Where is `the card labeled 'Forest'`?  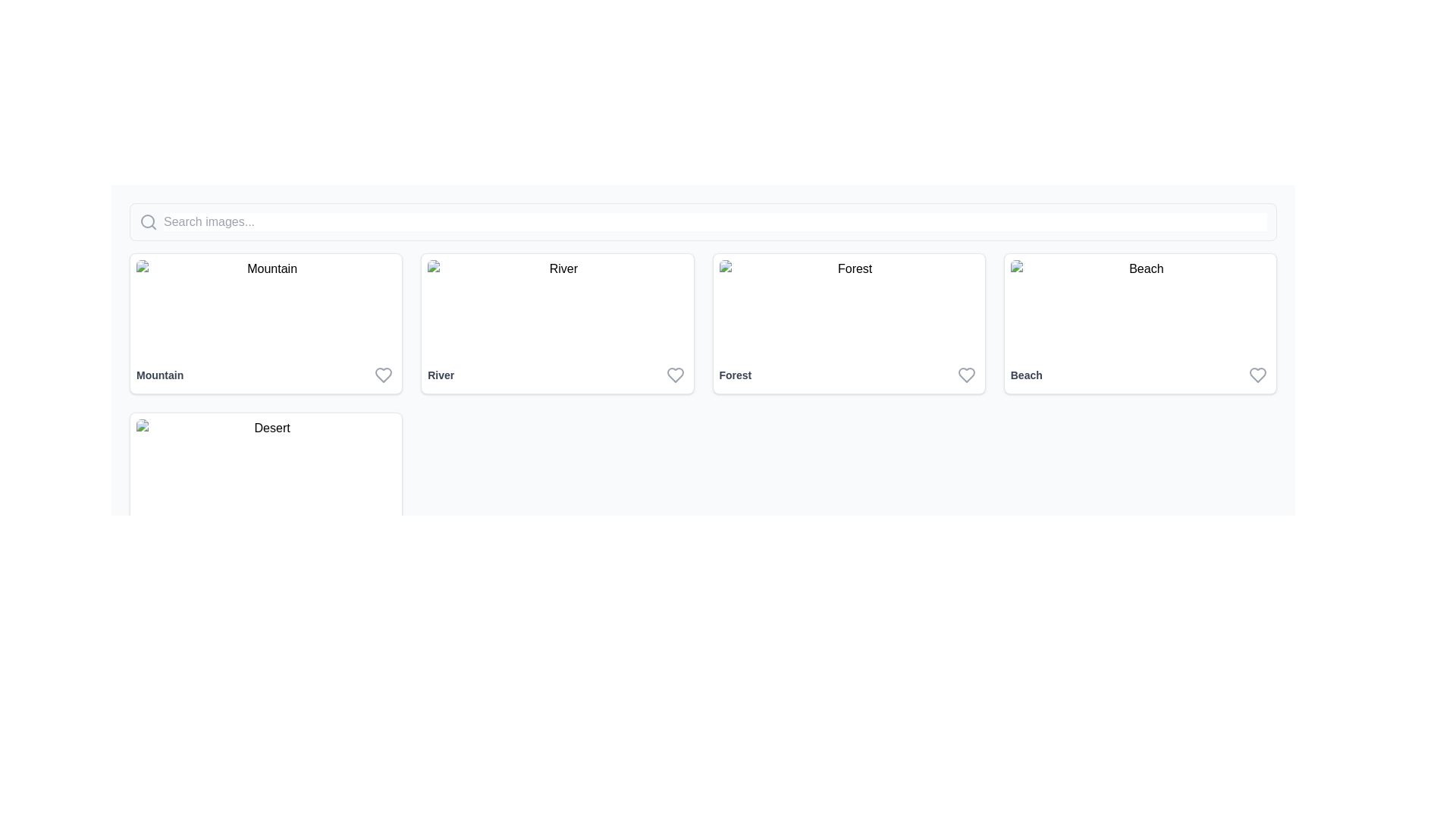
the card labeled 'Forest' is located at coordinates (848, 323).